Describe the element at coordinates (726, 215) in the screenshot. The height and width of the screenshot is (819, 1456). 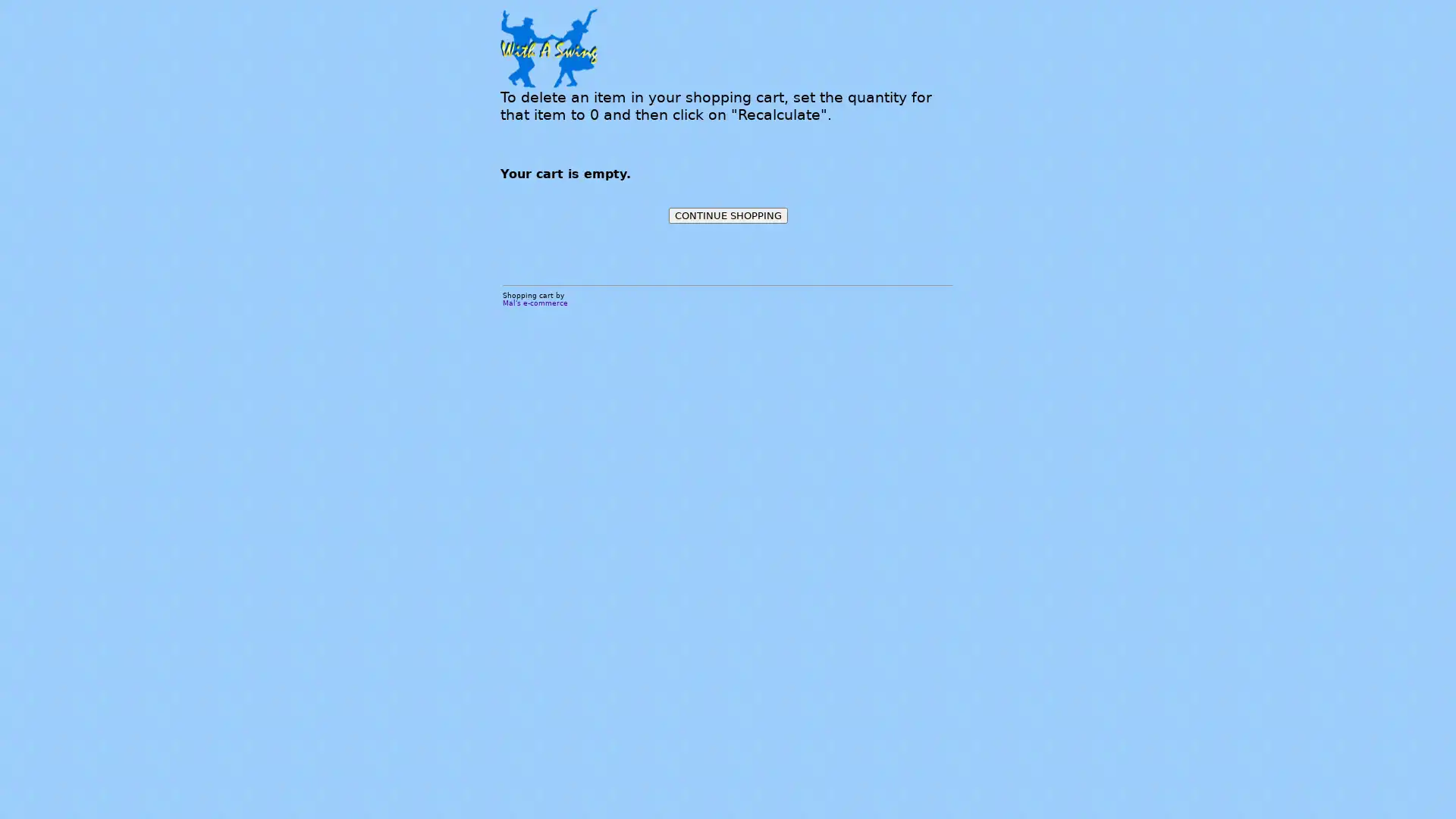
I see `CONTINUE SHOPPING` at that location.